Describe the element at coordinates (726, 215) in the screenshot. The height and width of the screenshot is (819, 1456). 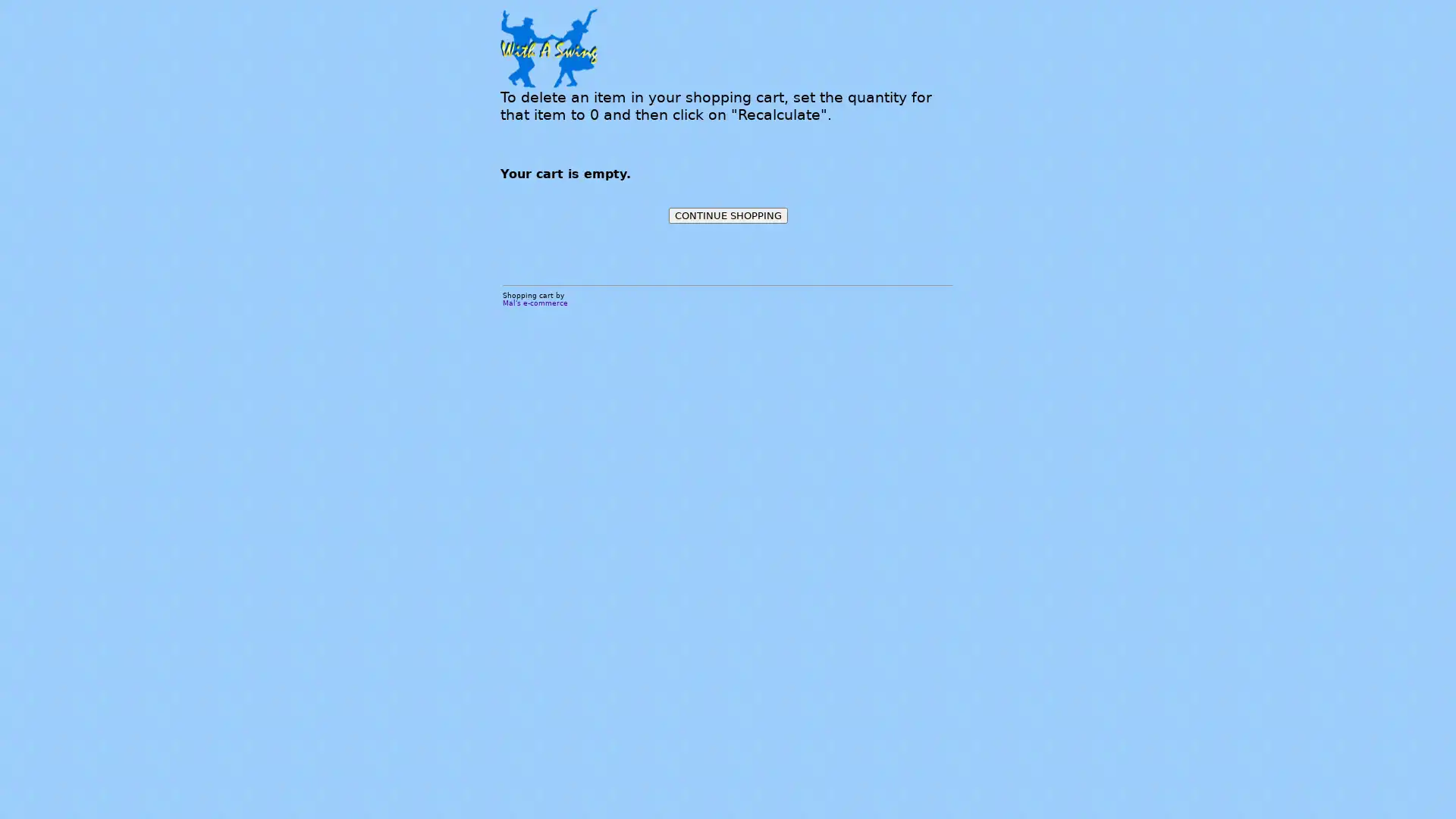
I see `CONTINUE SHOPPING` at that location.